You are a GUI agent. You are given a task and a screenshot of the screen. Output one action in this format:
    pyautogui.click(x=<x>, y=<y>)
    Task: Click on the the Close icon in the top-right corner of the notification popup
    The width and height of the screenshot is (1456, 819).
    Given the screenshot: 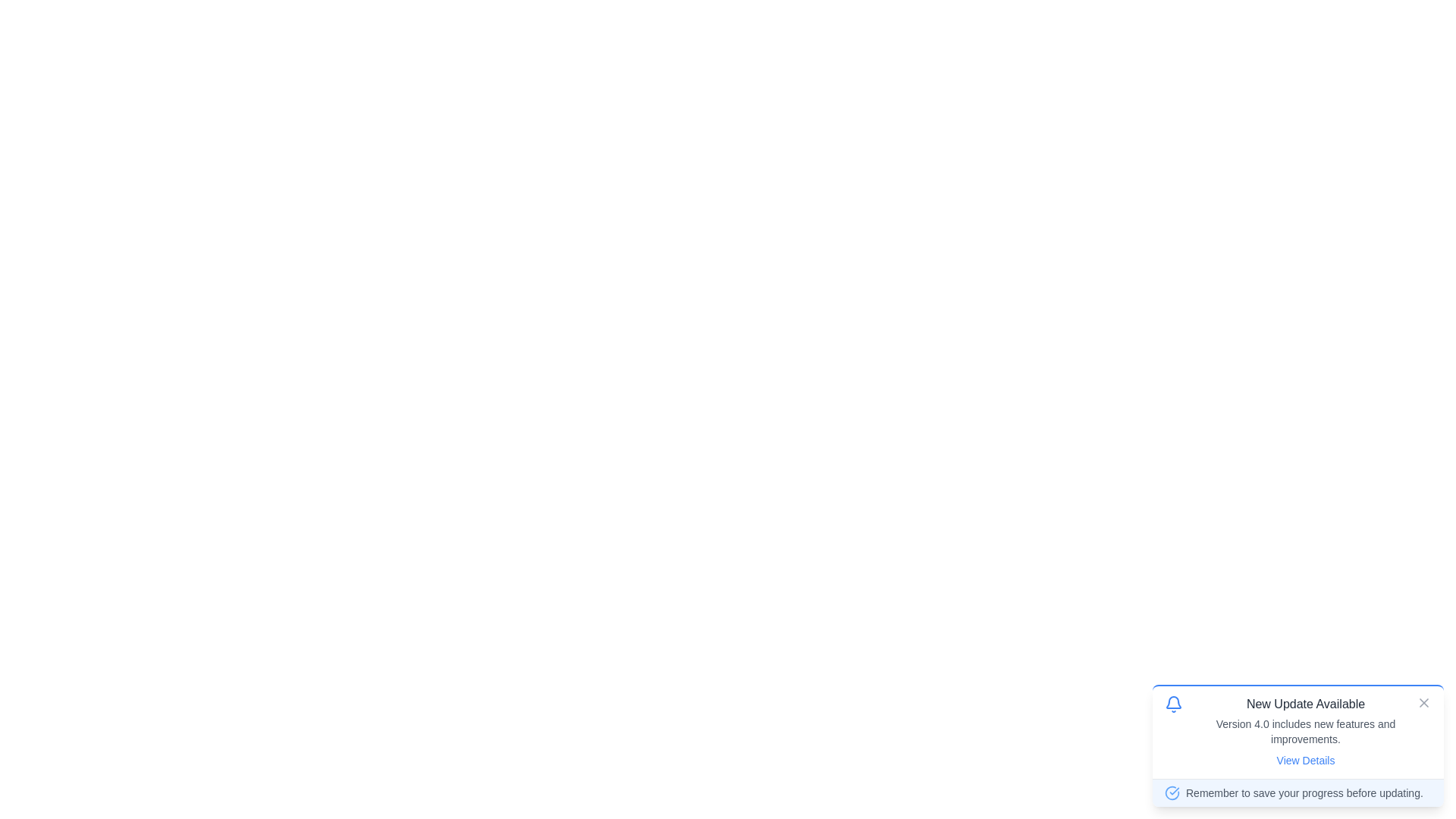 What is the action you would take?
    pyautogui.click(x=1423, y=702)
    